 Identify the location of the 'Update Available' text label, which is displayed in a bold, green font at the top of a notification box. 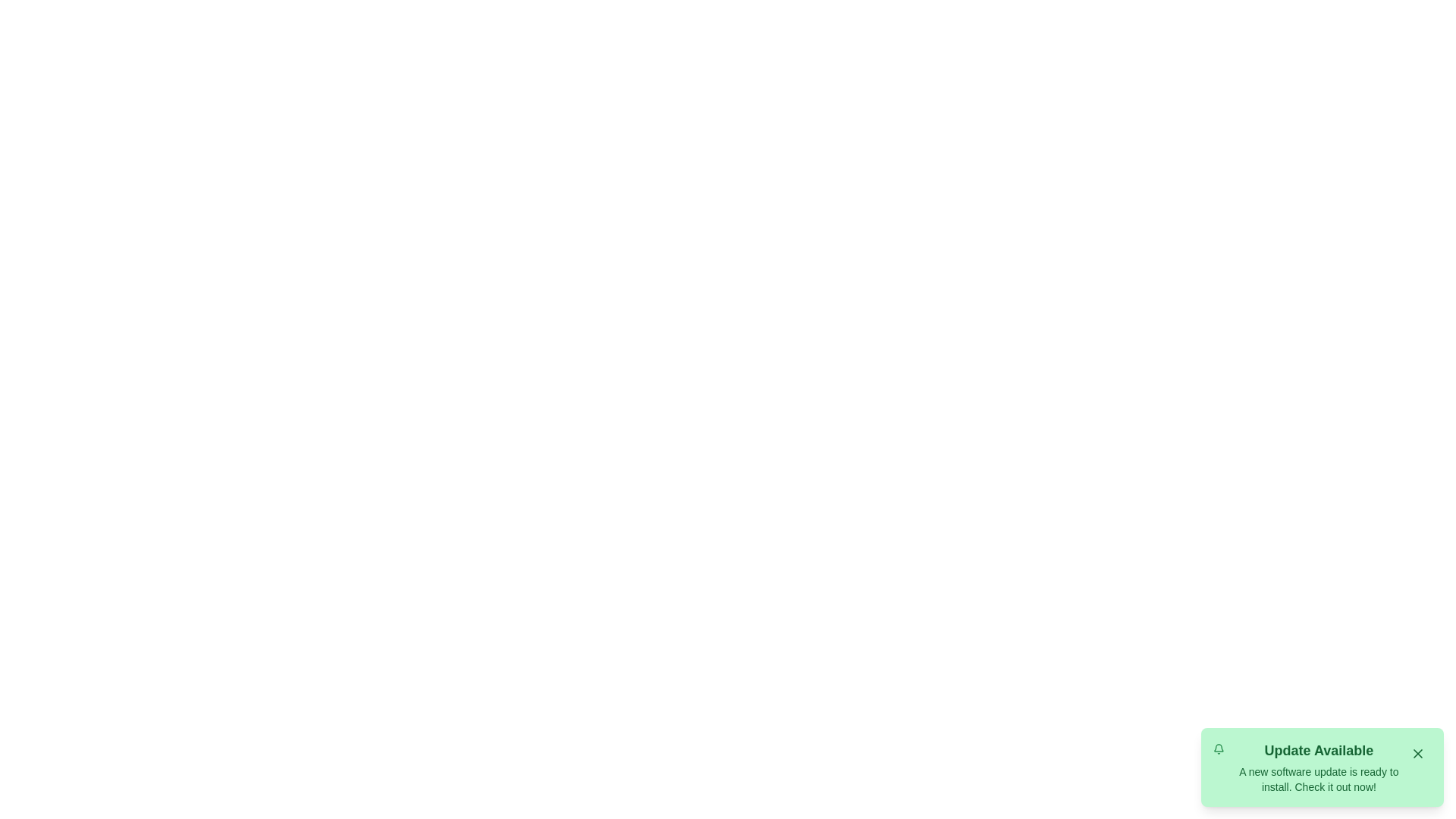
(1318, 751).